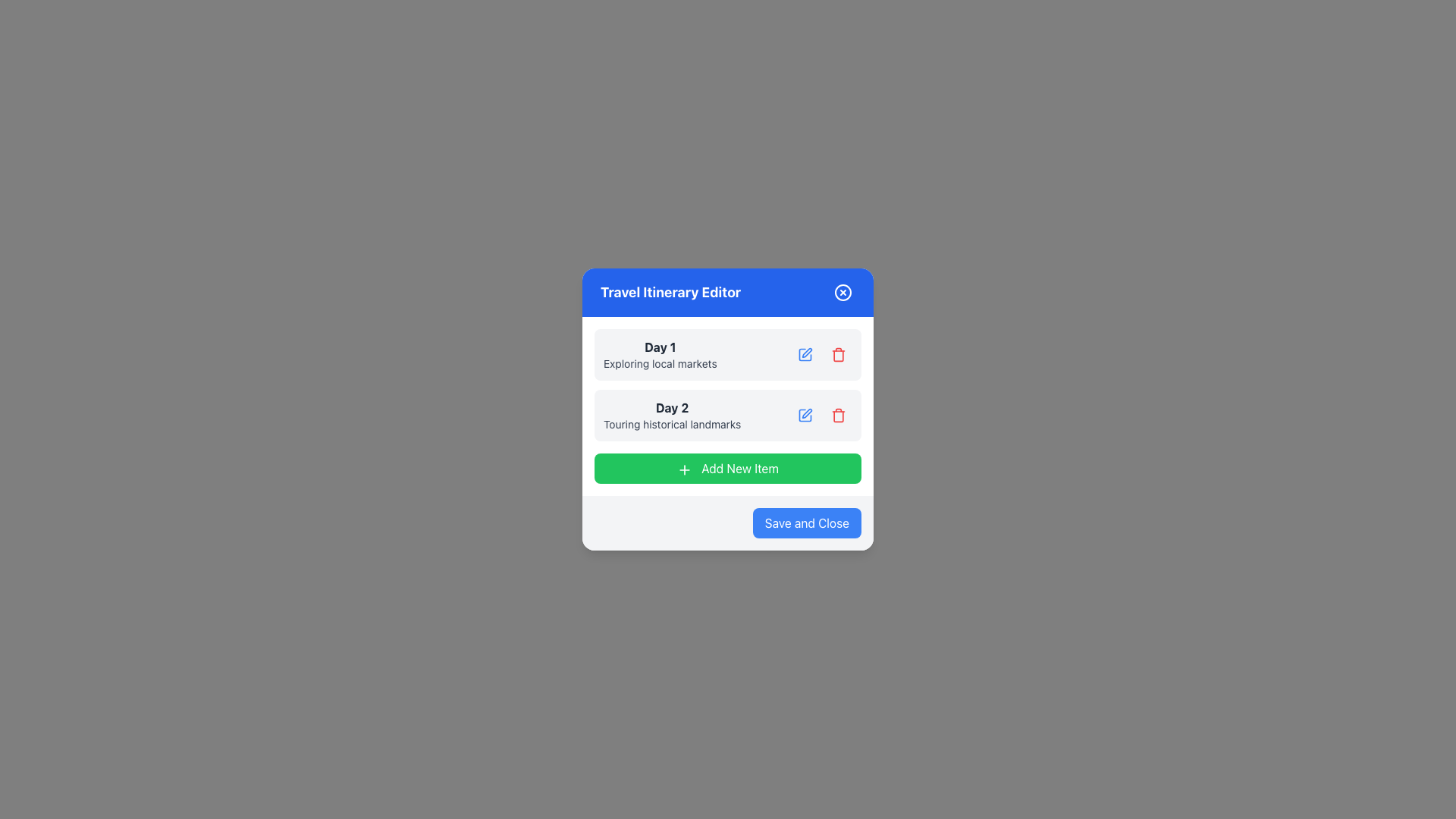 The image size is (1456, 819). Describe the element at coordinates (728, 467) in the screenshot. I see `the interactive button located at the bottom of the 'Travel Itinerary Editor' panel` at that location.